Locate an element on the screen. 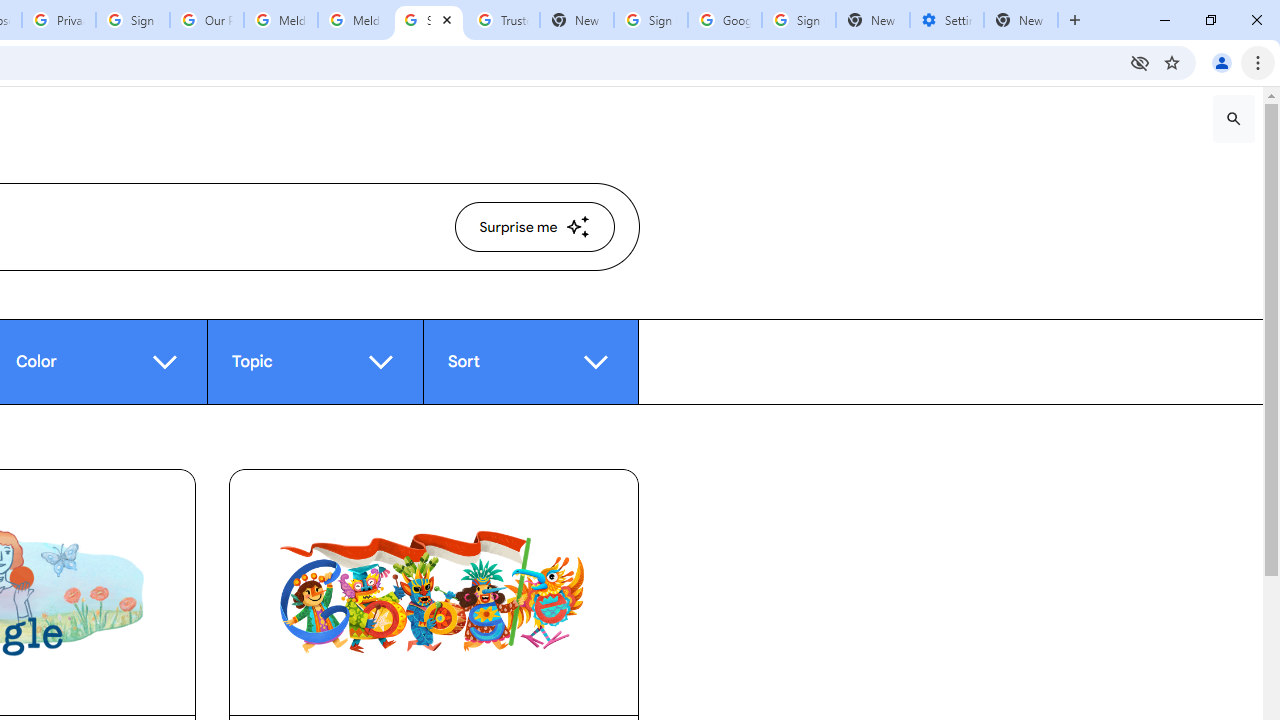 Image resolution: width=1280 pixels, height=720 pixels. 'Surprise me' is located at coordinates (534, 226).